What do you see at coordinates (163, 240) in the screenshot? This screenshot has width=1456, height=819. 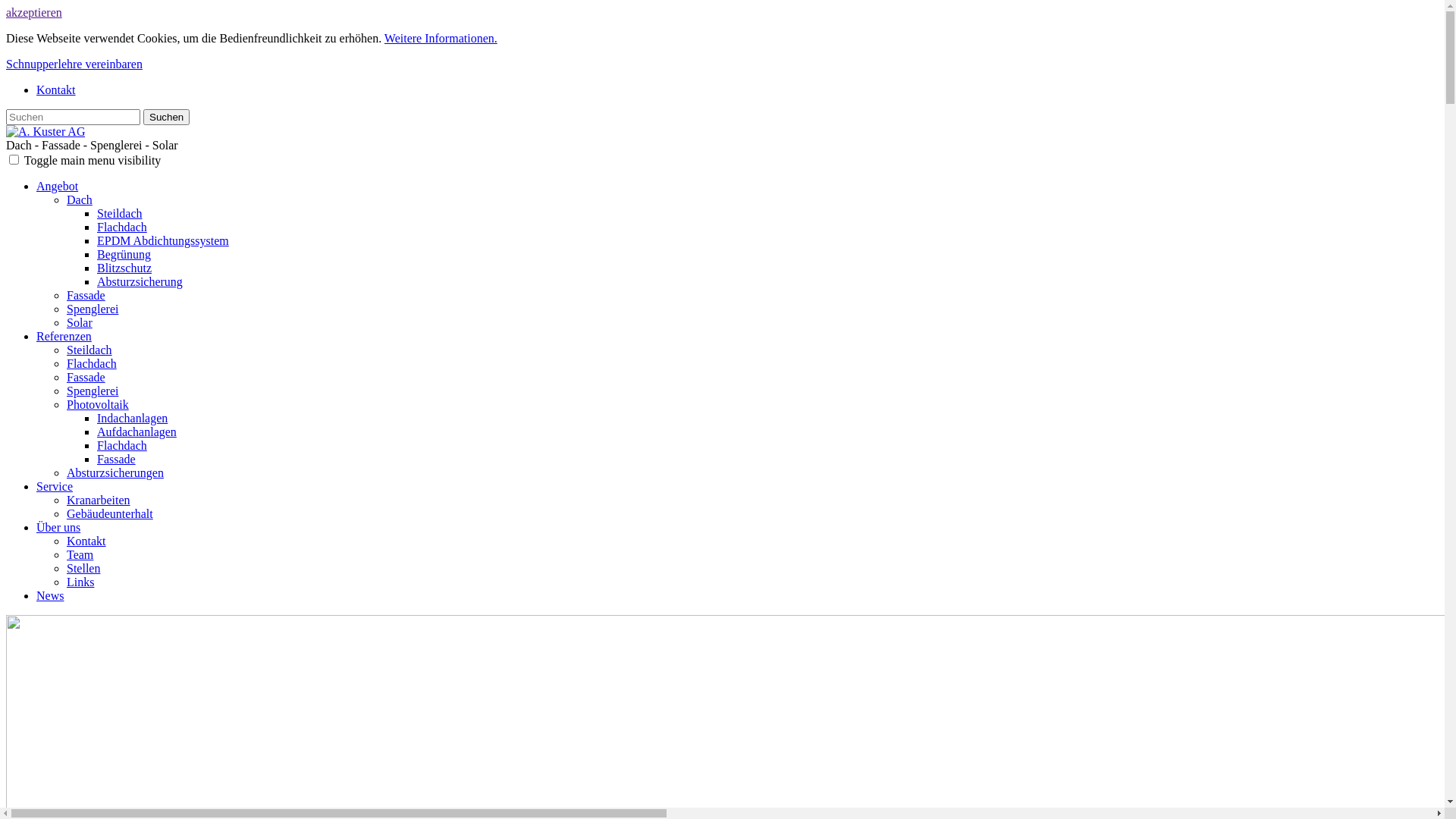 I see `'EPDM Abdichtungssystem'` at bounding box center [163, 240].